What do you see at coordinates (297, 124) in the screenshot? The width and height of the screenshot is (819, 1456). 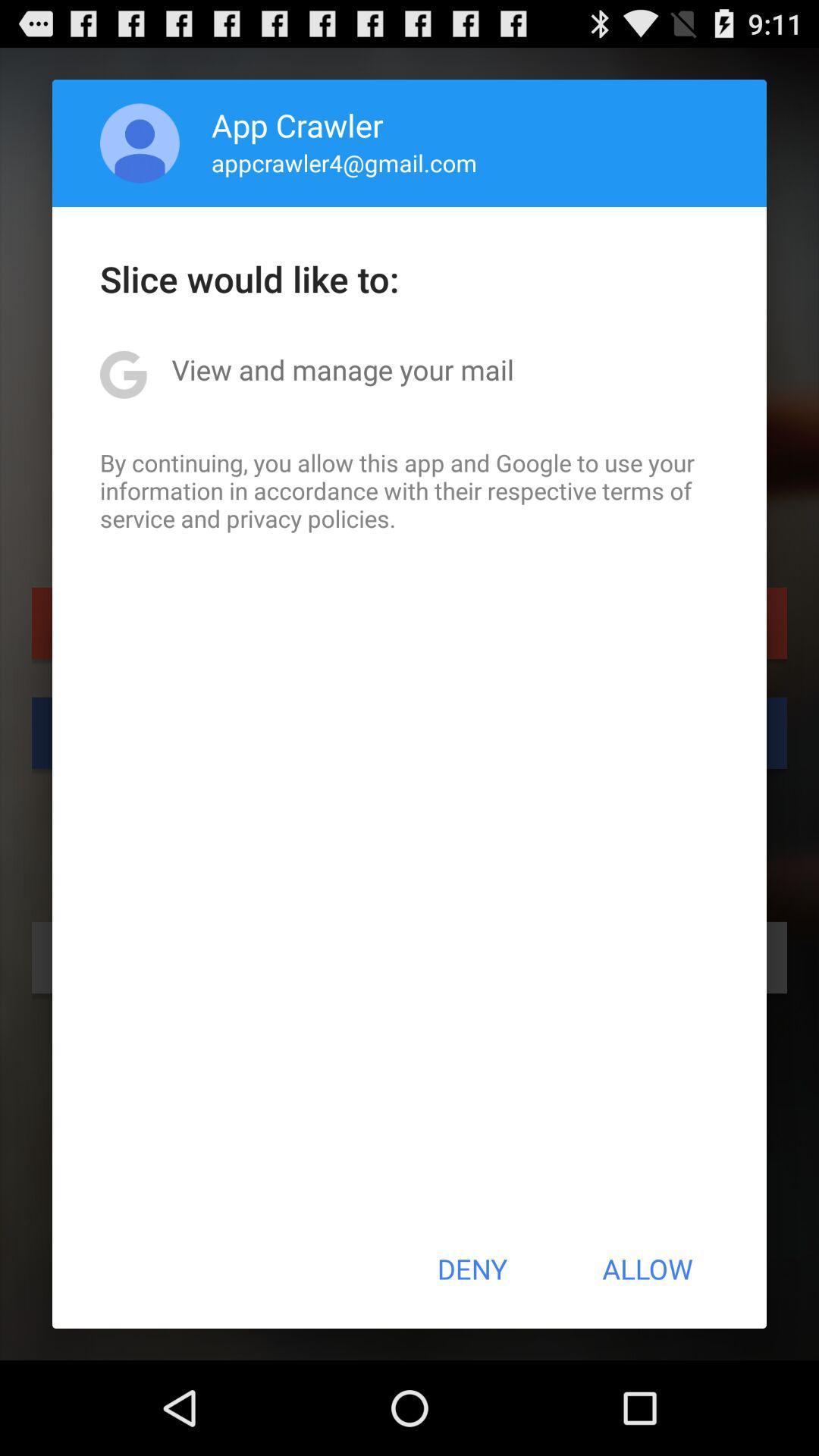 I see `the icon above appcrawler4@gmail.com app` at bounding box center [297, 124].